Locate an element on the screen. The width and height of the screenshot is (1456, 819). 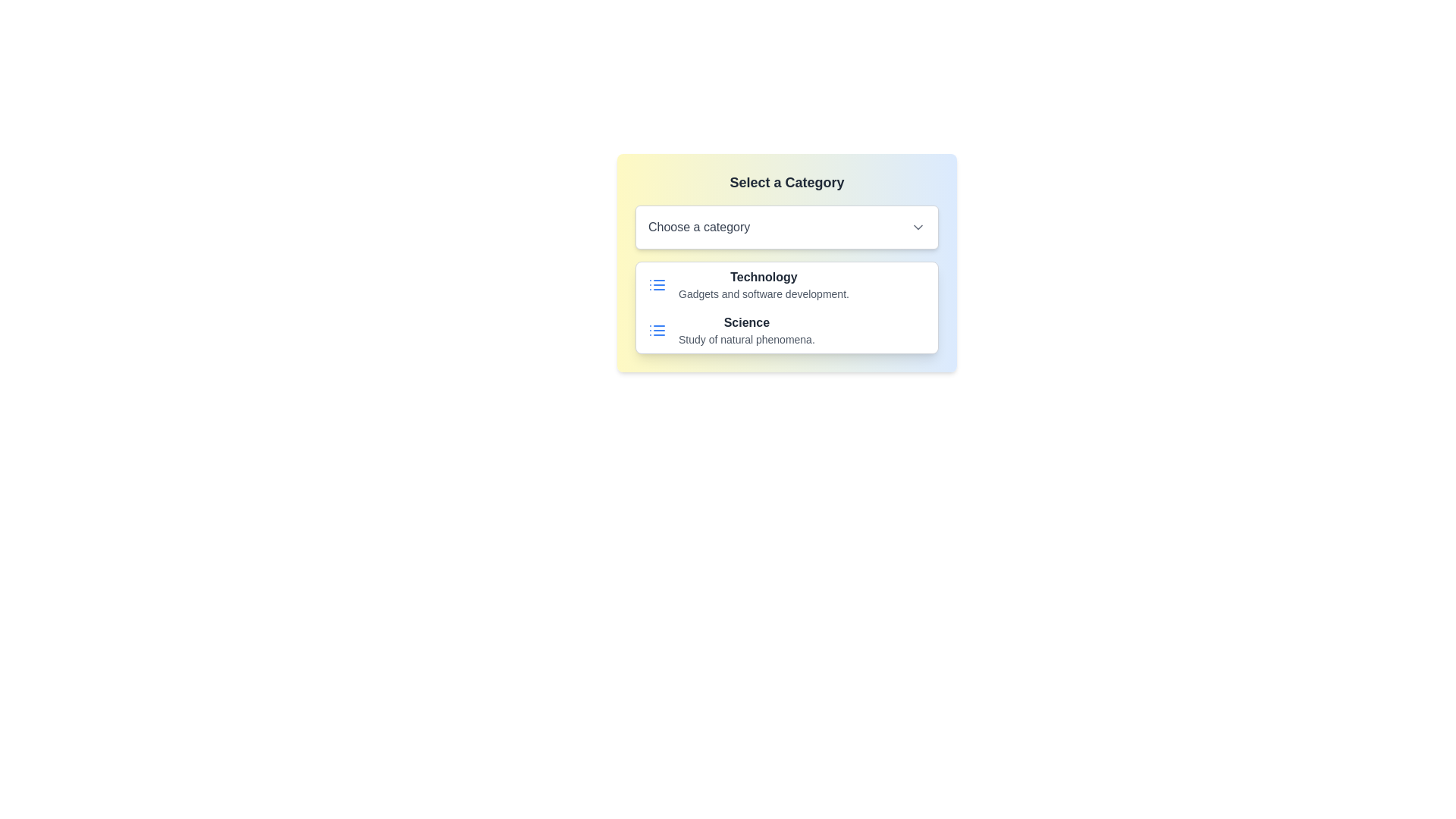
the List Item containing the bold title 'Science' and the description 'Study of natural phenomena.' is located at coordinates (786, 329).